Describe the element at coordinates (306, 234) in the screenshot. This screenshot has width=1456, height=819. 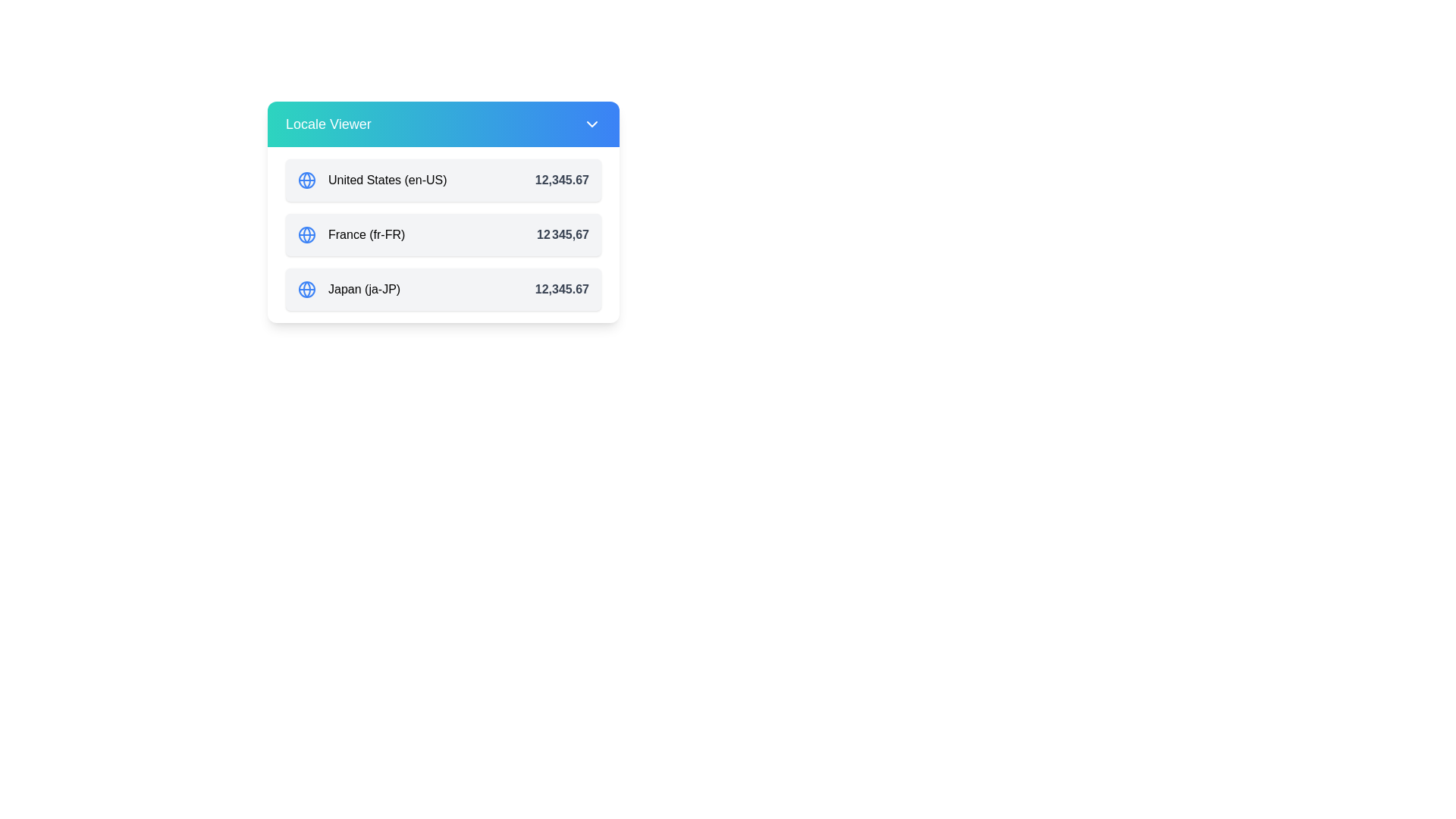
I see `the circular outline globe icon located to the left of the 'France (fr-FR)' label in the second row of the 'Locale Viewer' card` at that location.